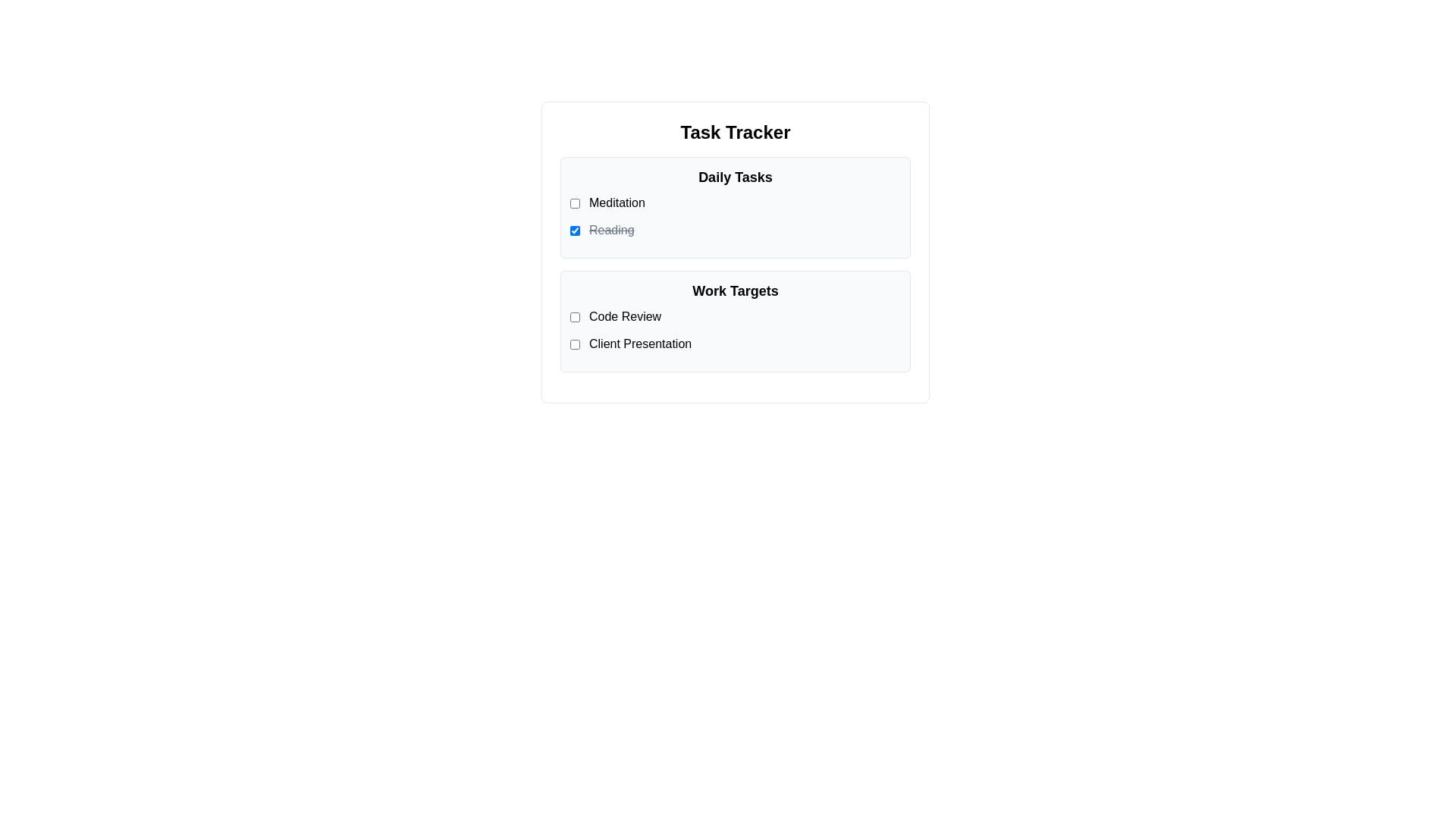 The height and width of the screenshot is (819, 1456). What do you see at coordinates (574, 202) in the screenshot?
I see `the checkbox for the 'Meditation' task item located` at bounding box center [574, 202].